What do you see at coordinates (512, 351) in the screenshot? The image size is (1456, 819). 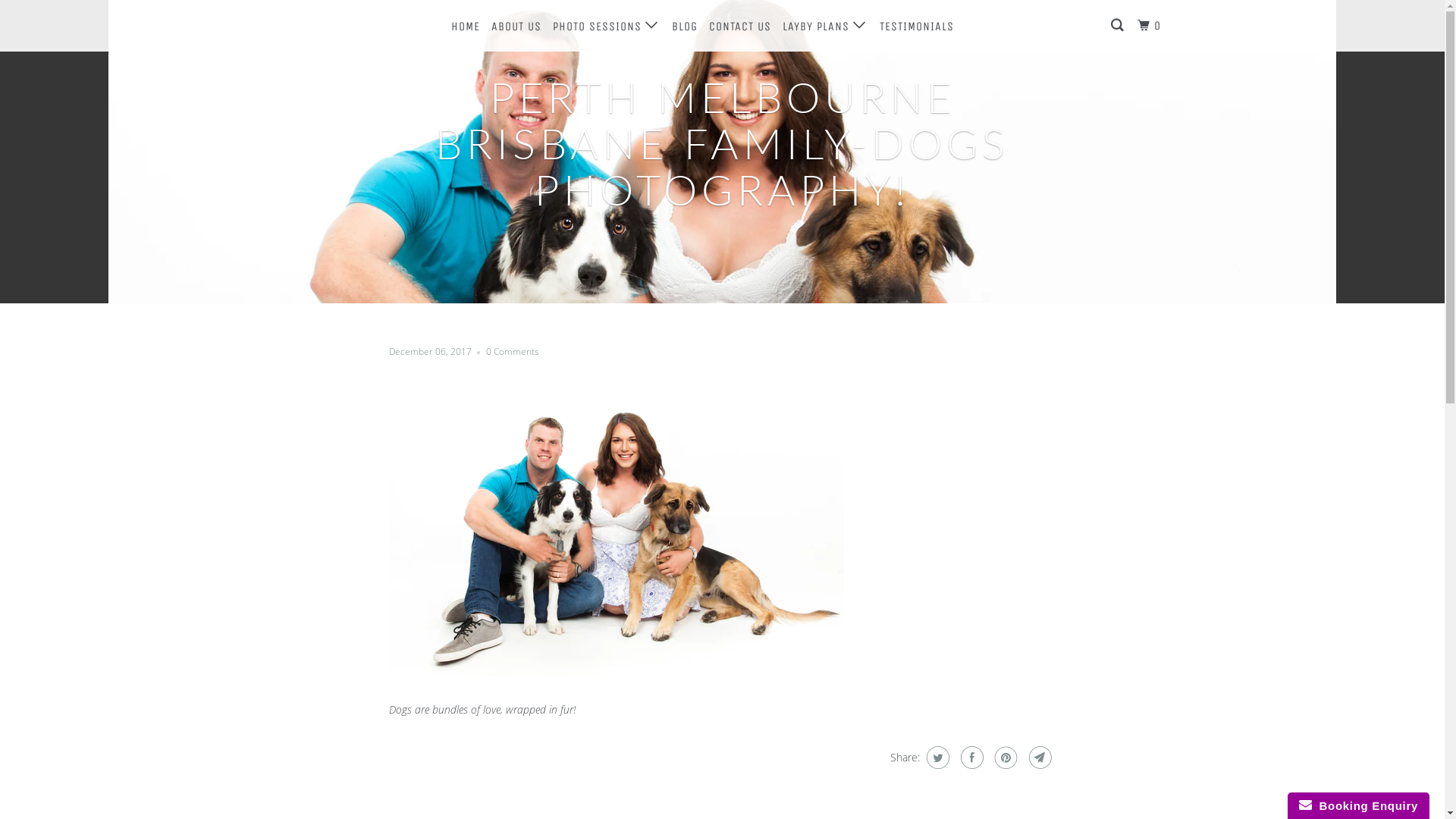 I see `'0 Comments'` at bounding box center [512, 351].